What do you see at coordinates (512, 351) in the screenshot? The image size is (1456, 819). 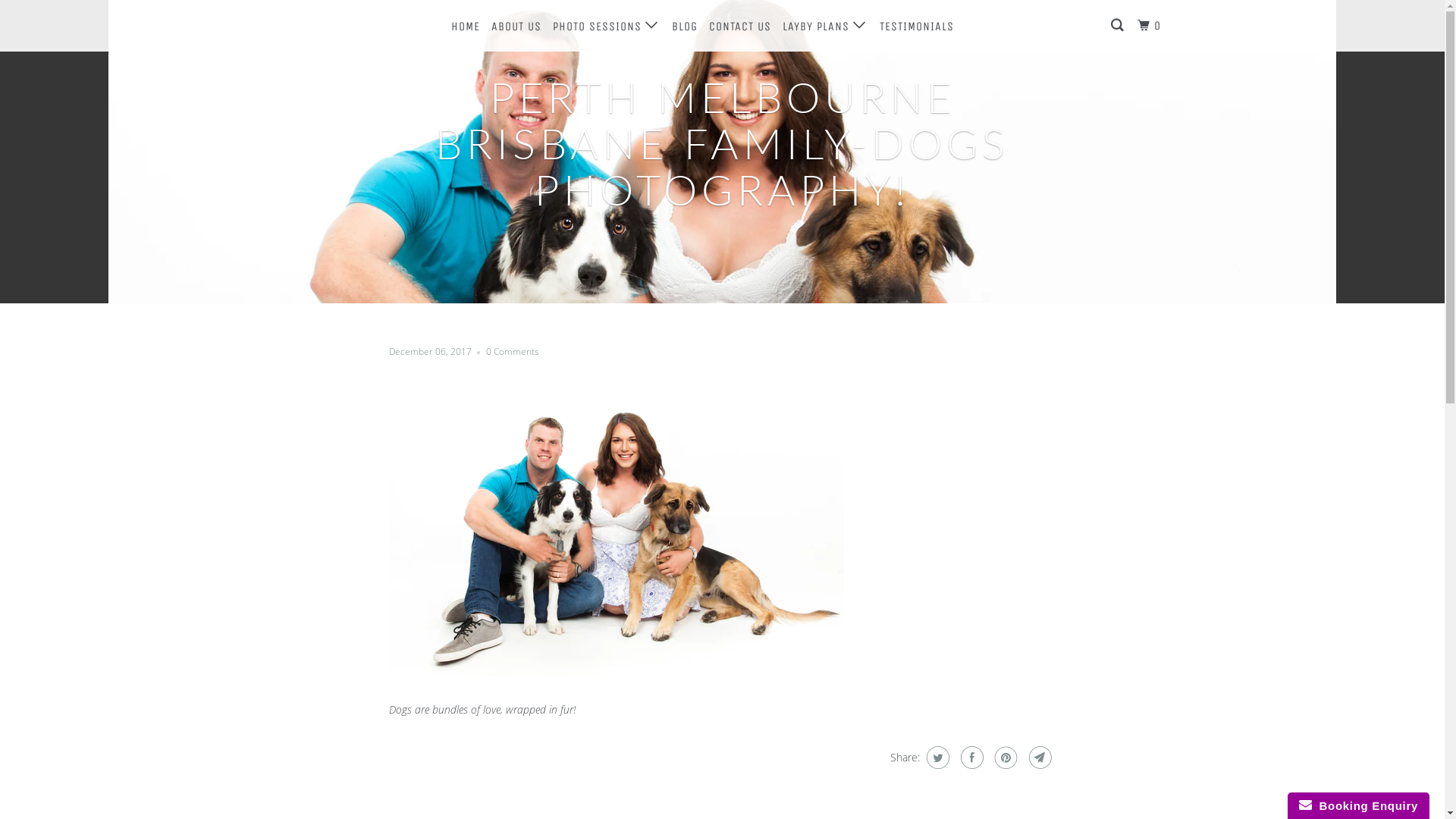 I see `'0 Comments'` at bounding box center [512, 351].